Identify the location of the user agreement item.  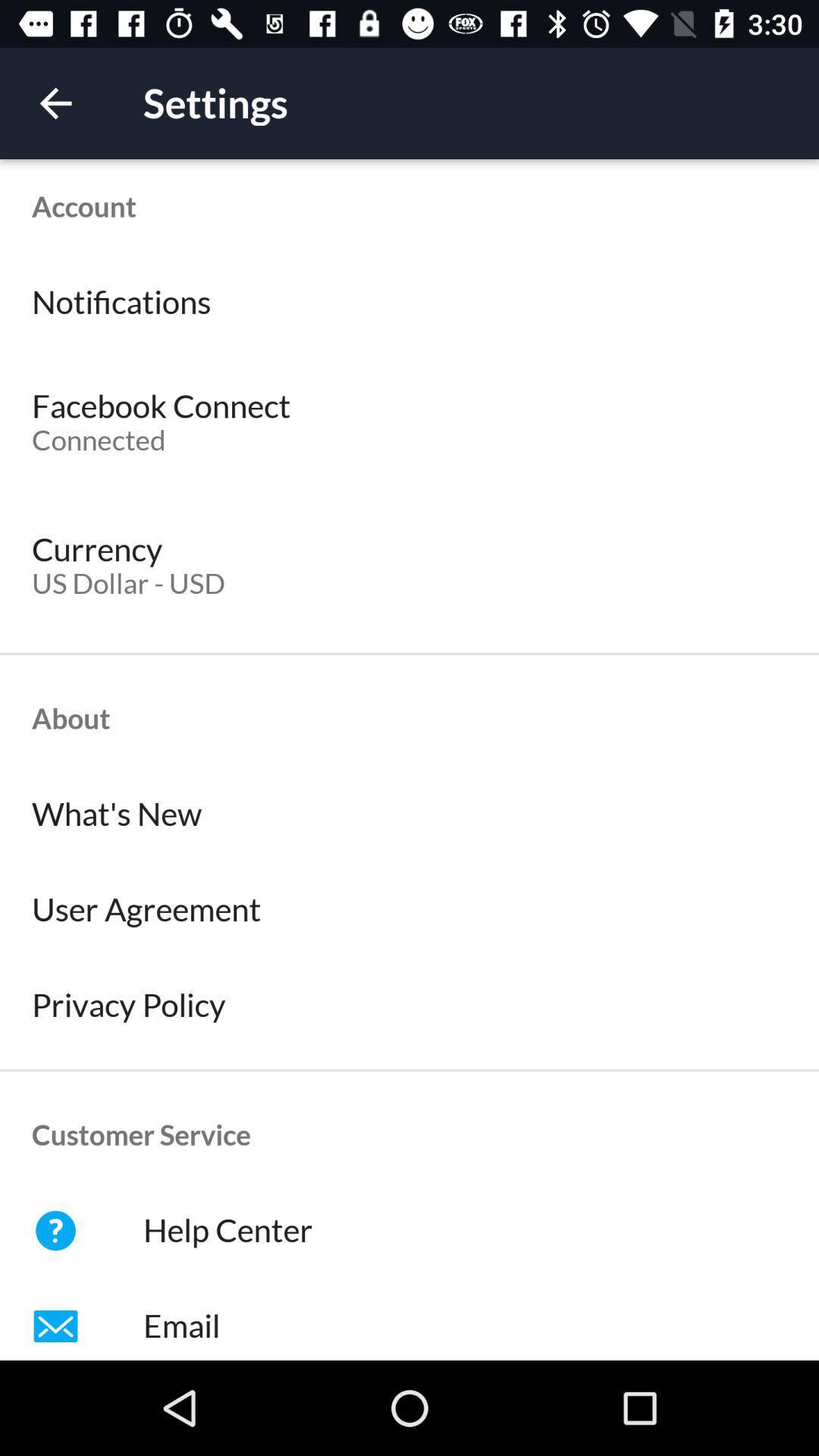
(409, 910).